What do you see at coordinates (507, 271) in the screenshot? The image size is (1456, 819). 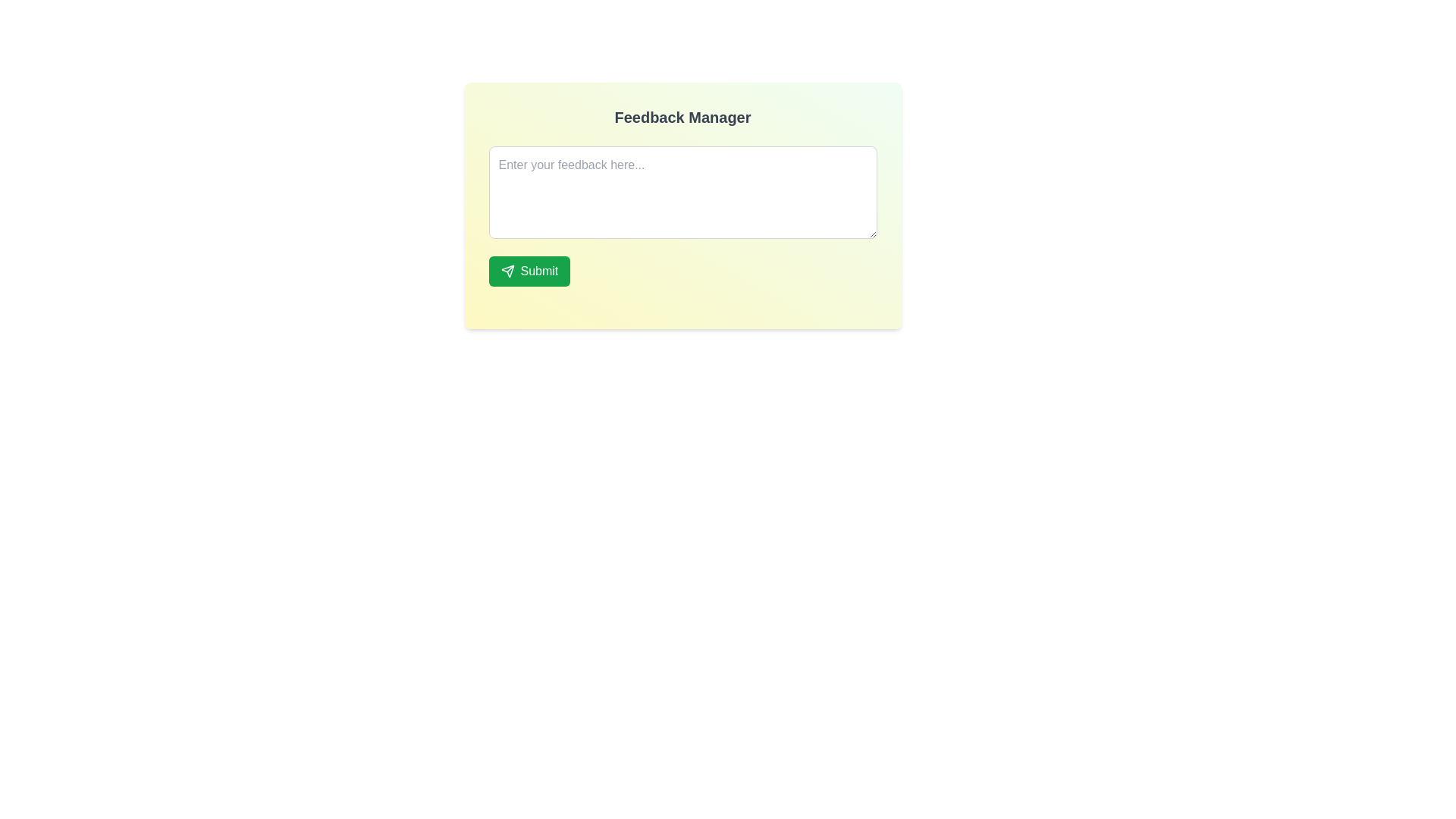 I see `the paper airplane icon located within the green 'Submit' button` at bounding box center [507, 271].